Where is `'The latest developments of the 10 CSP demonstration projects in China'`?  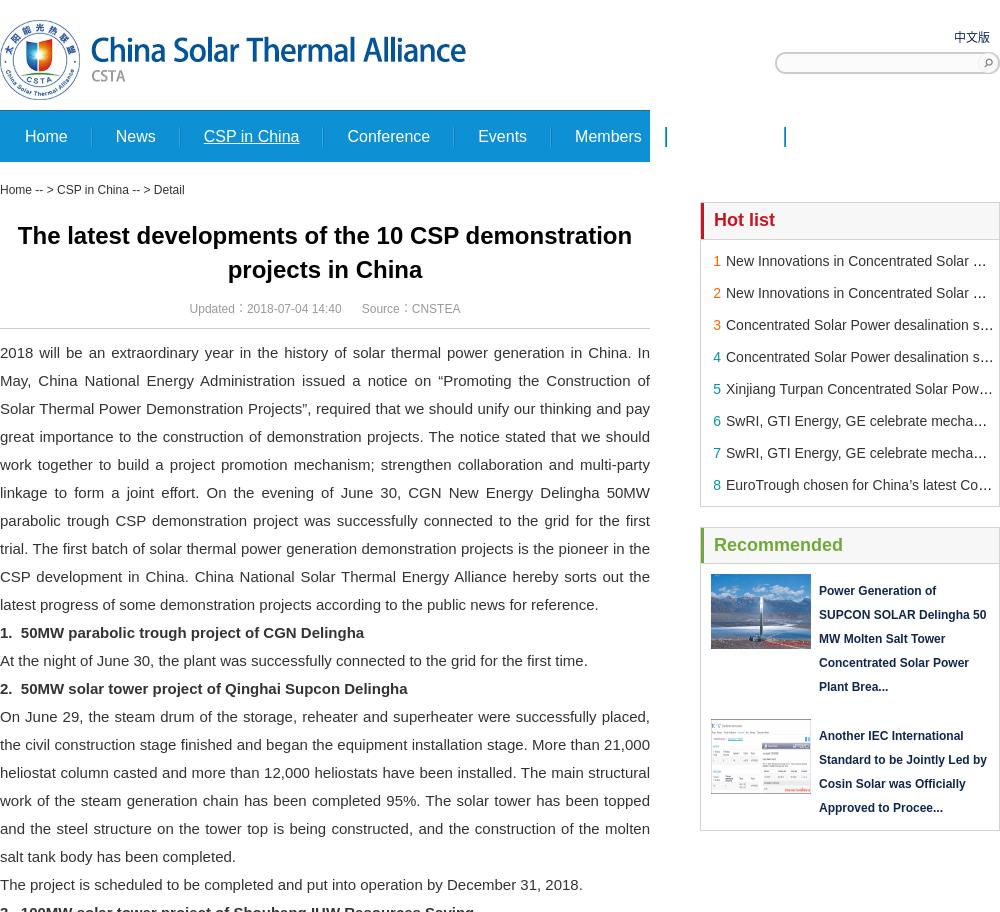 'The latest developments of the 10 CSP demonstration projects in China' is located at coordinates (323, 252).